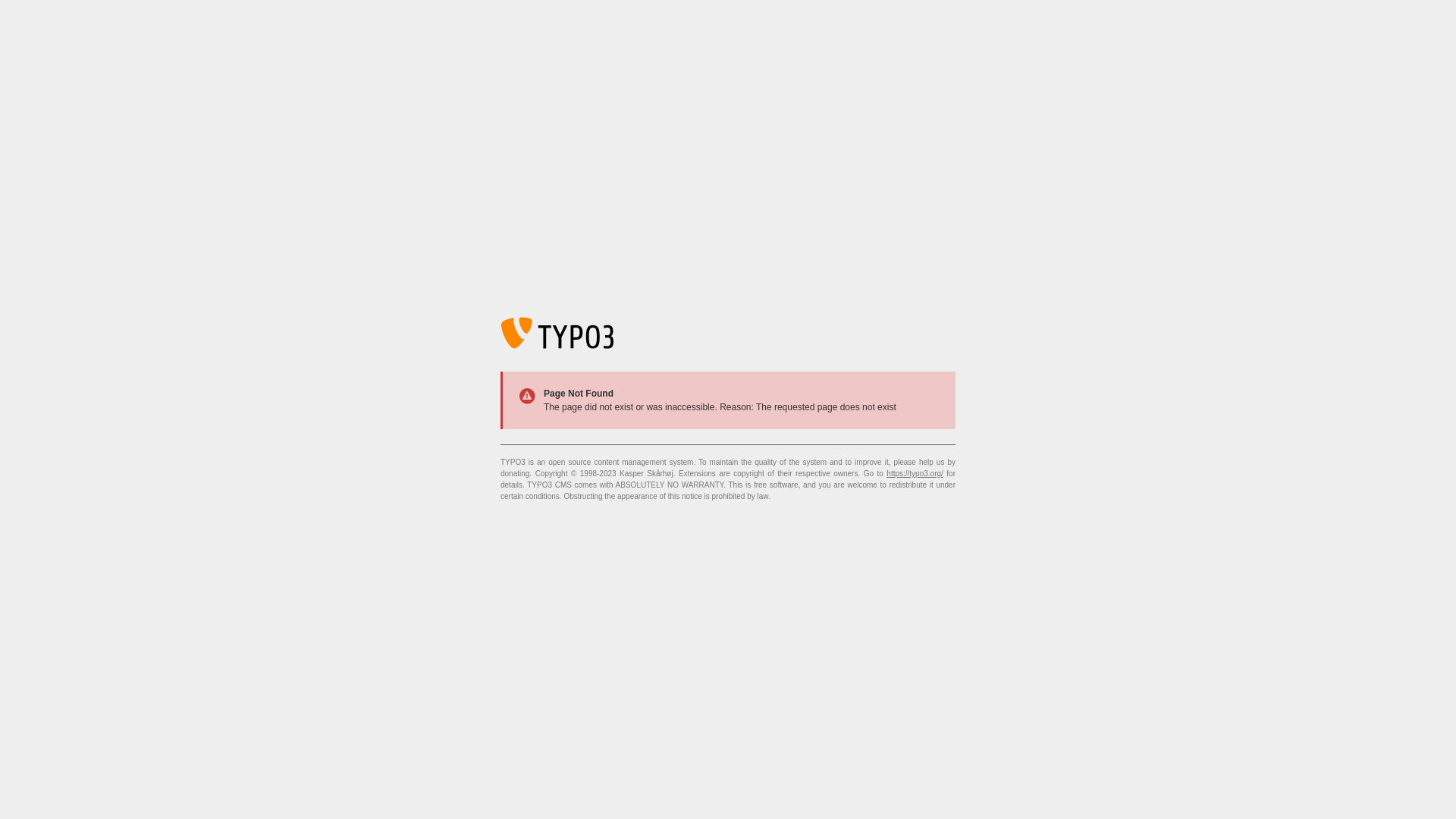 This screenshot has height=819, width=1456. What do you see at coordinates (914, 472) in the screenshot?
I see `'https://typo3.org/'` at bounding box center [914, 472].